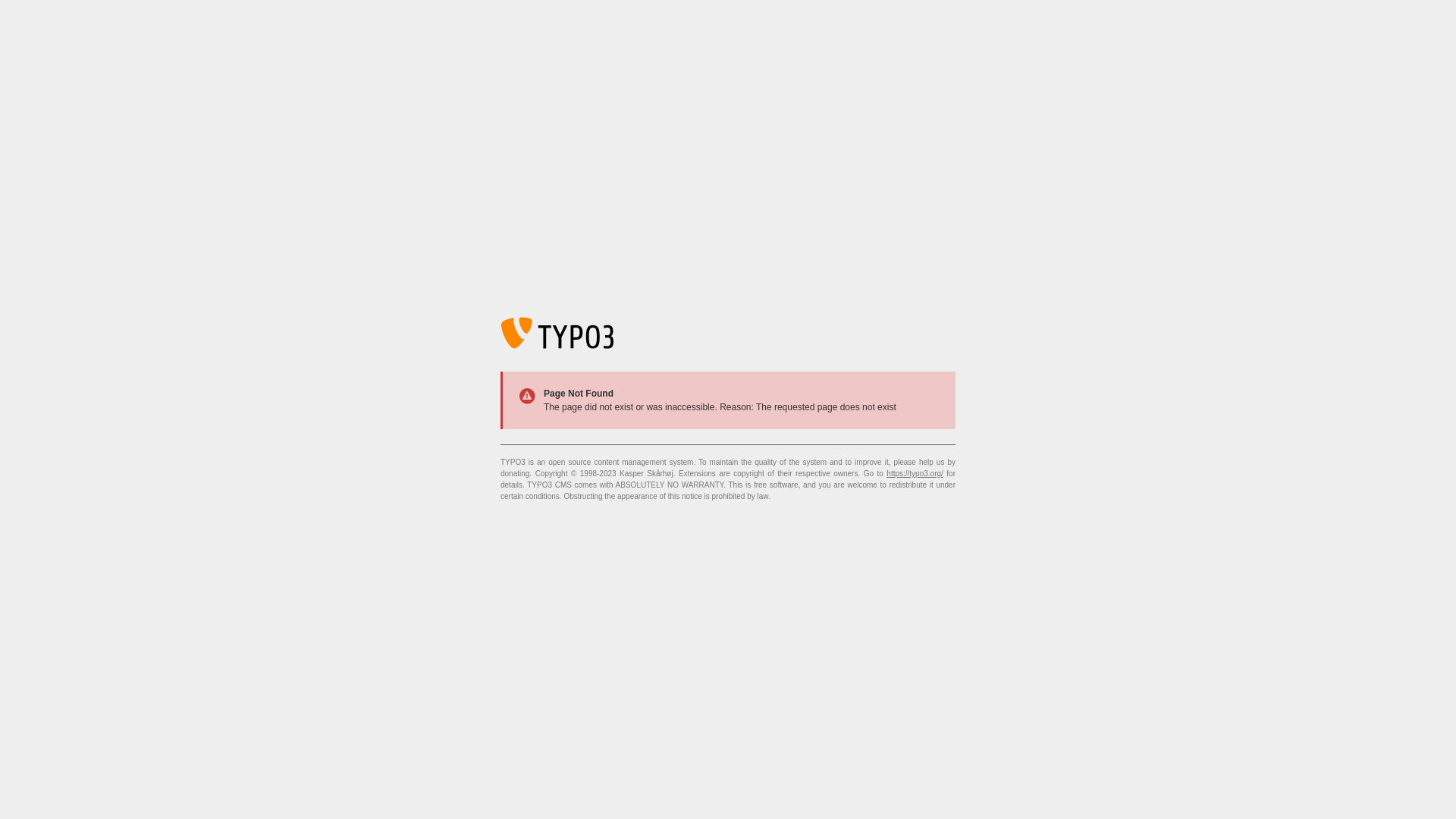 This screenshot has height=819, width=1456. What do you see at coordinates (914, 472) in the screenshot?
I see `'https://typo3.org/'` at bounding box center [914, 472].